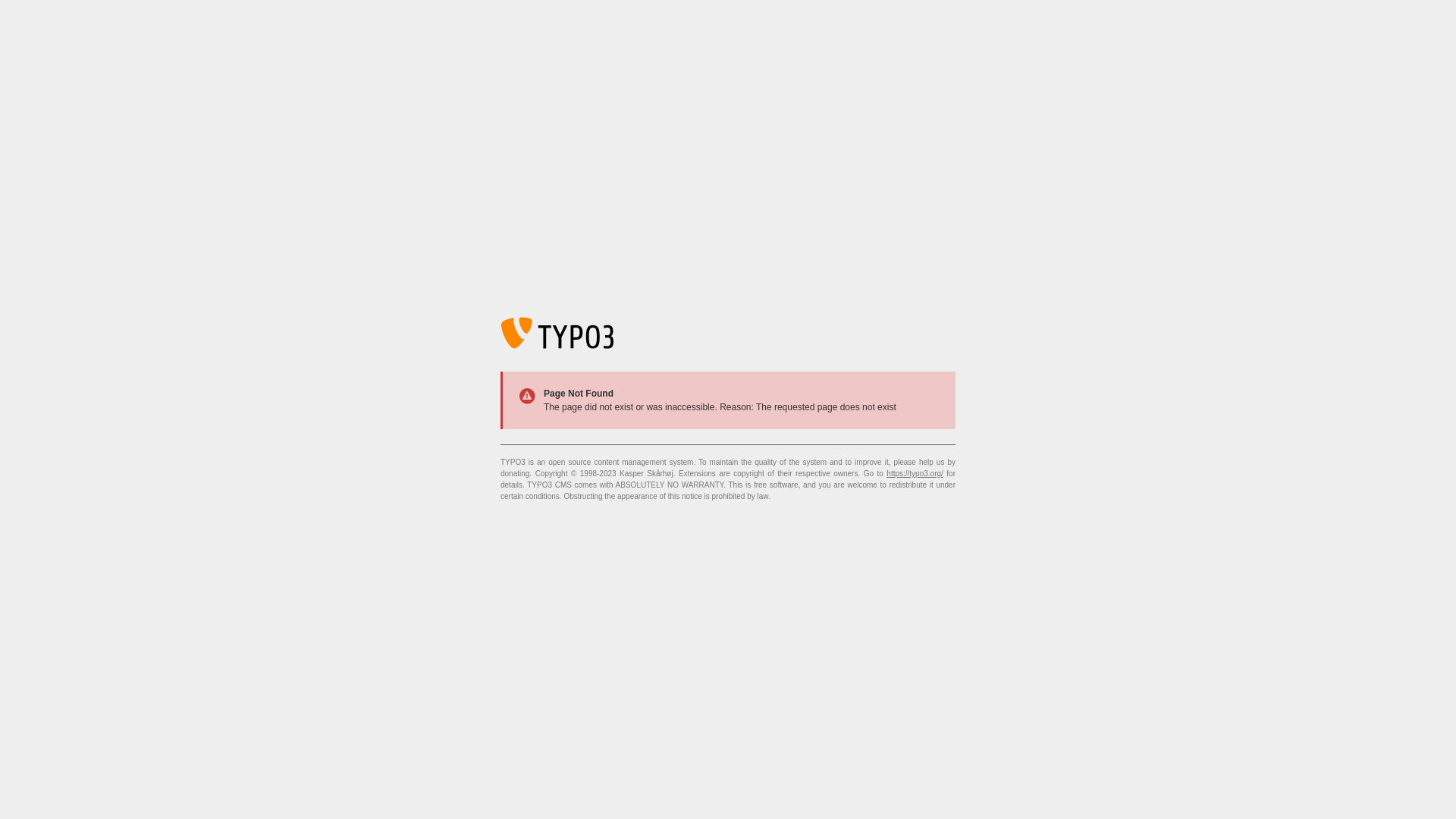 This screenshot has height=819, width=1456. What do you see at coordinates (914, 472) in the screenshot?
I see `'https://typo3.org/'` at bounding box center [914, 472].